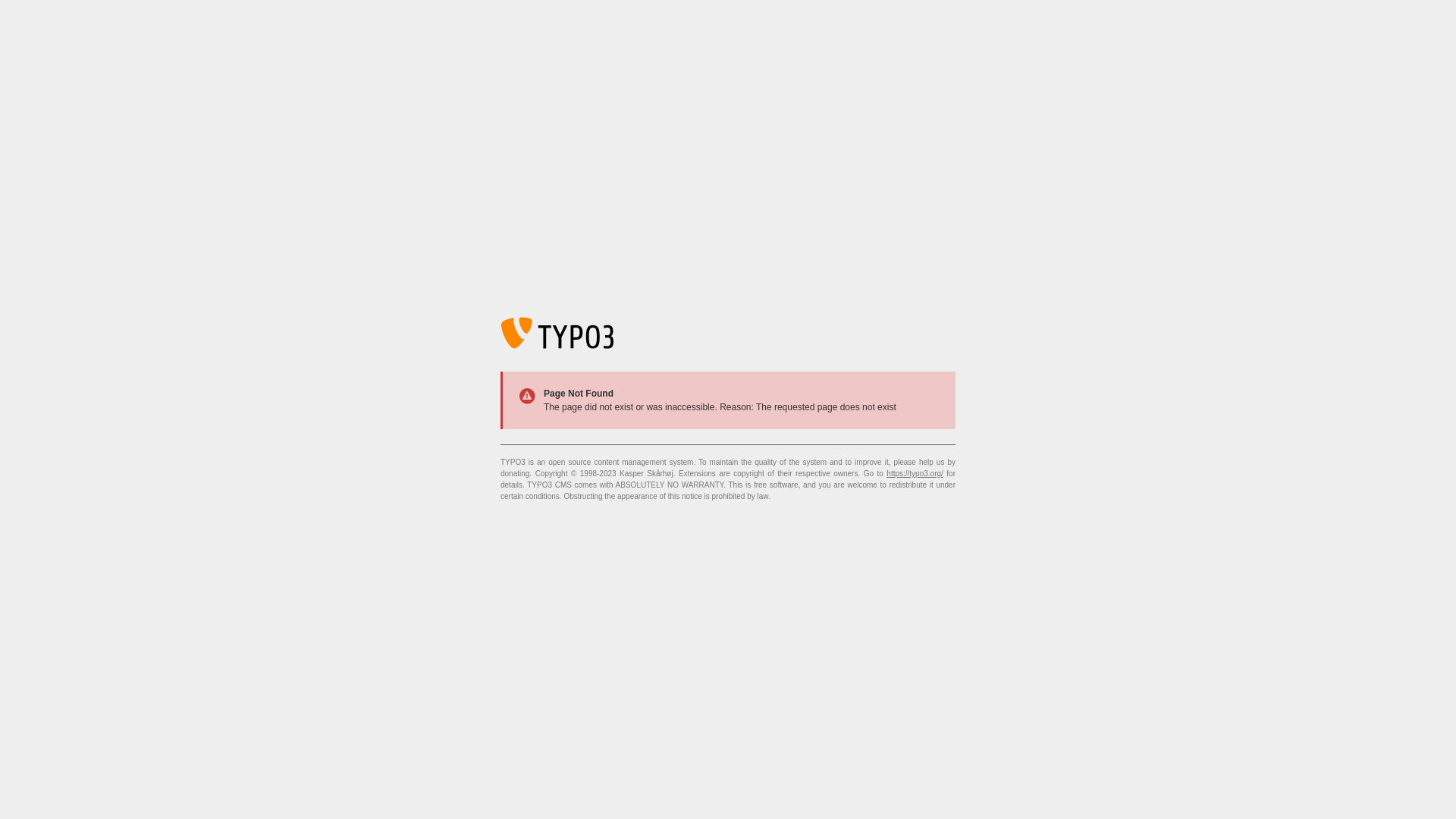 This screenshot has height=819, width=1456. What do you see at coordinates (914, 472) in the screenshot?
I see `'https://typo3.org/'` at bounding box center [914, 472].